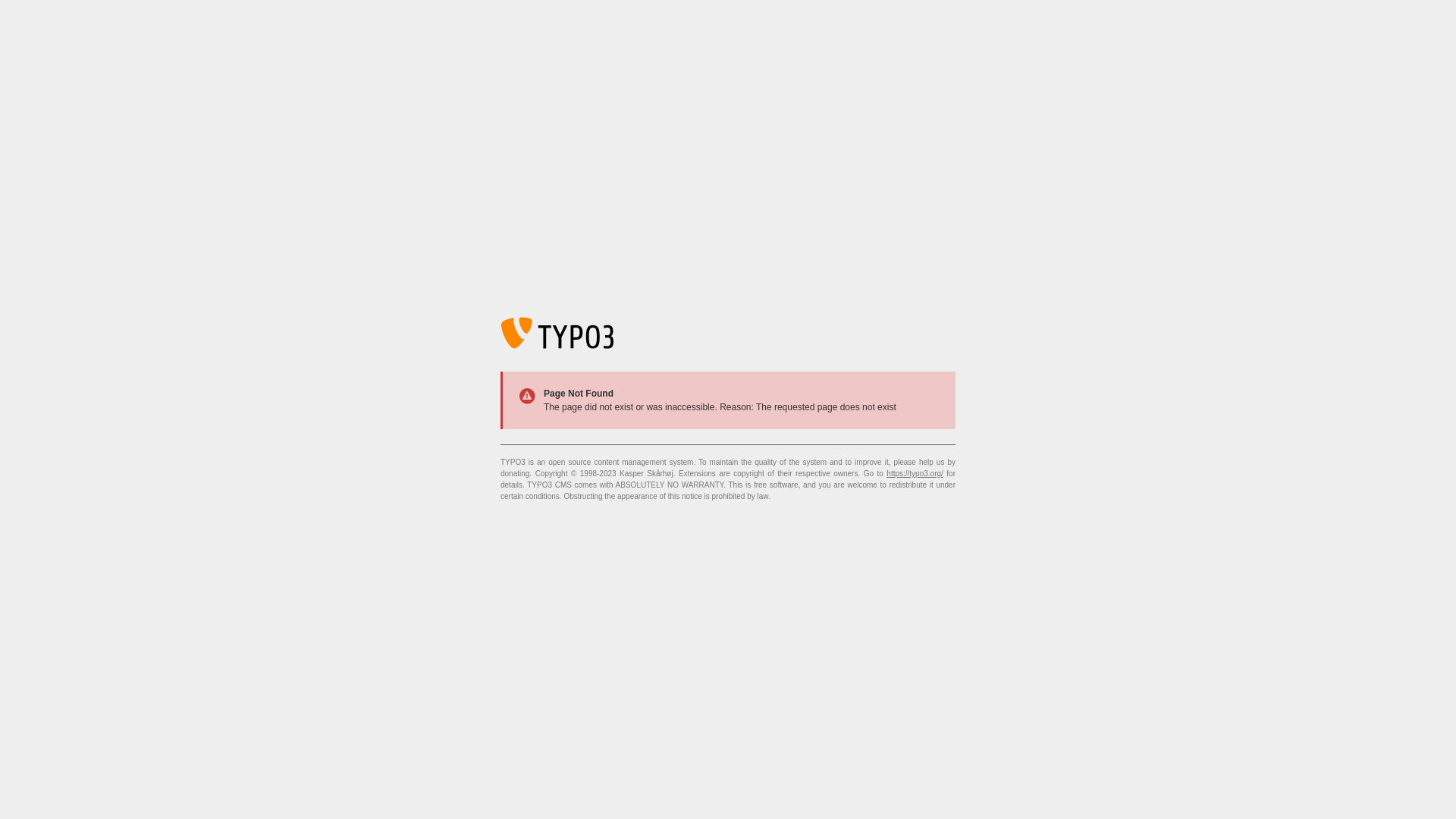 This screenshot has height=819, width=1456. What do you see at coordinates (914, 472) in the screenshot?
I see `'https://typo3.org/'` at bounding box center [914, 472].